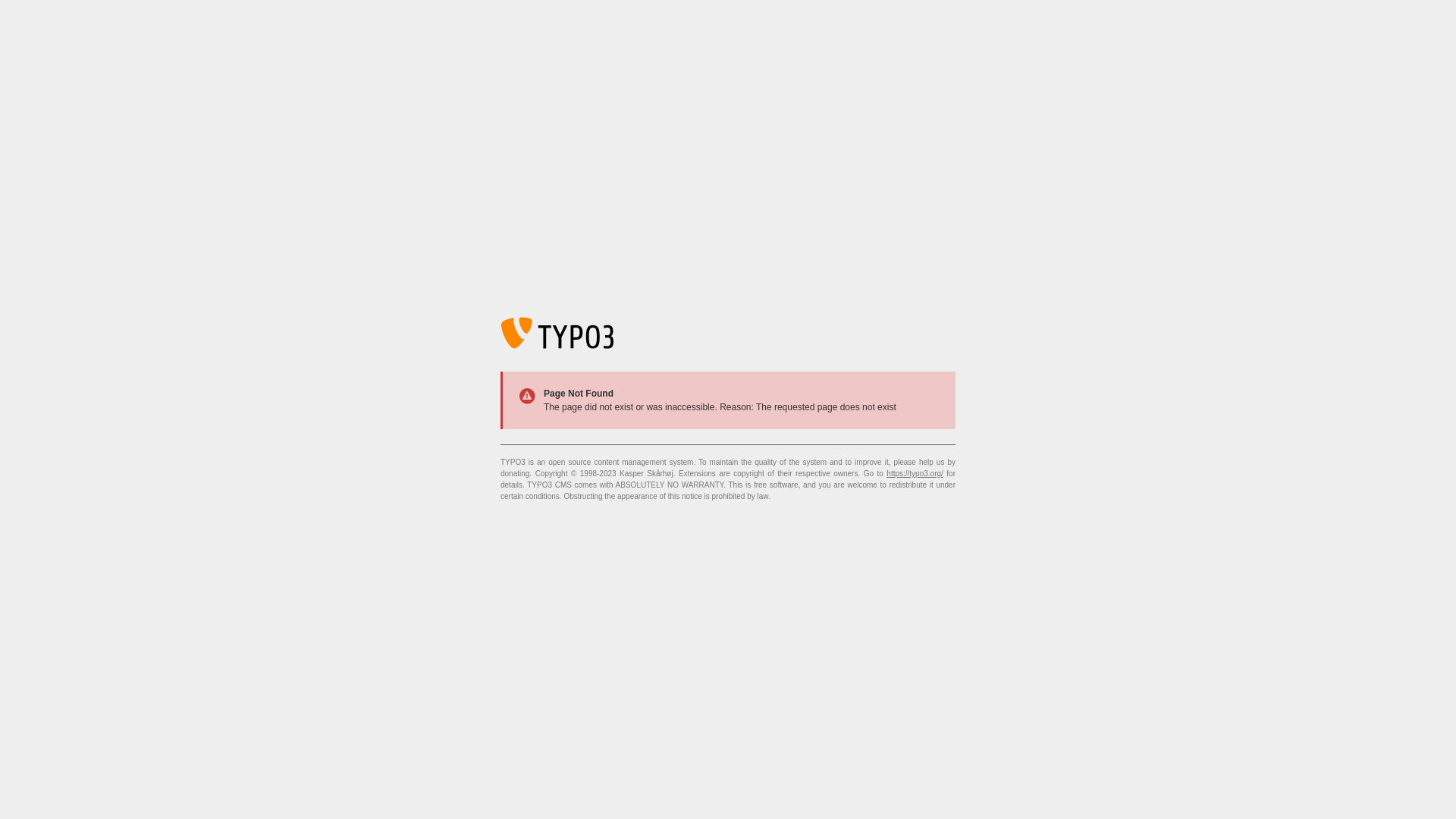 This screenshot has height=819, width=1456. What do you see at coordinates (914, 472) in the screenshot?
I see `'https://typo3.org/'` at bounding box center [914, 472].